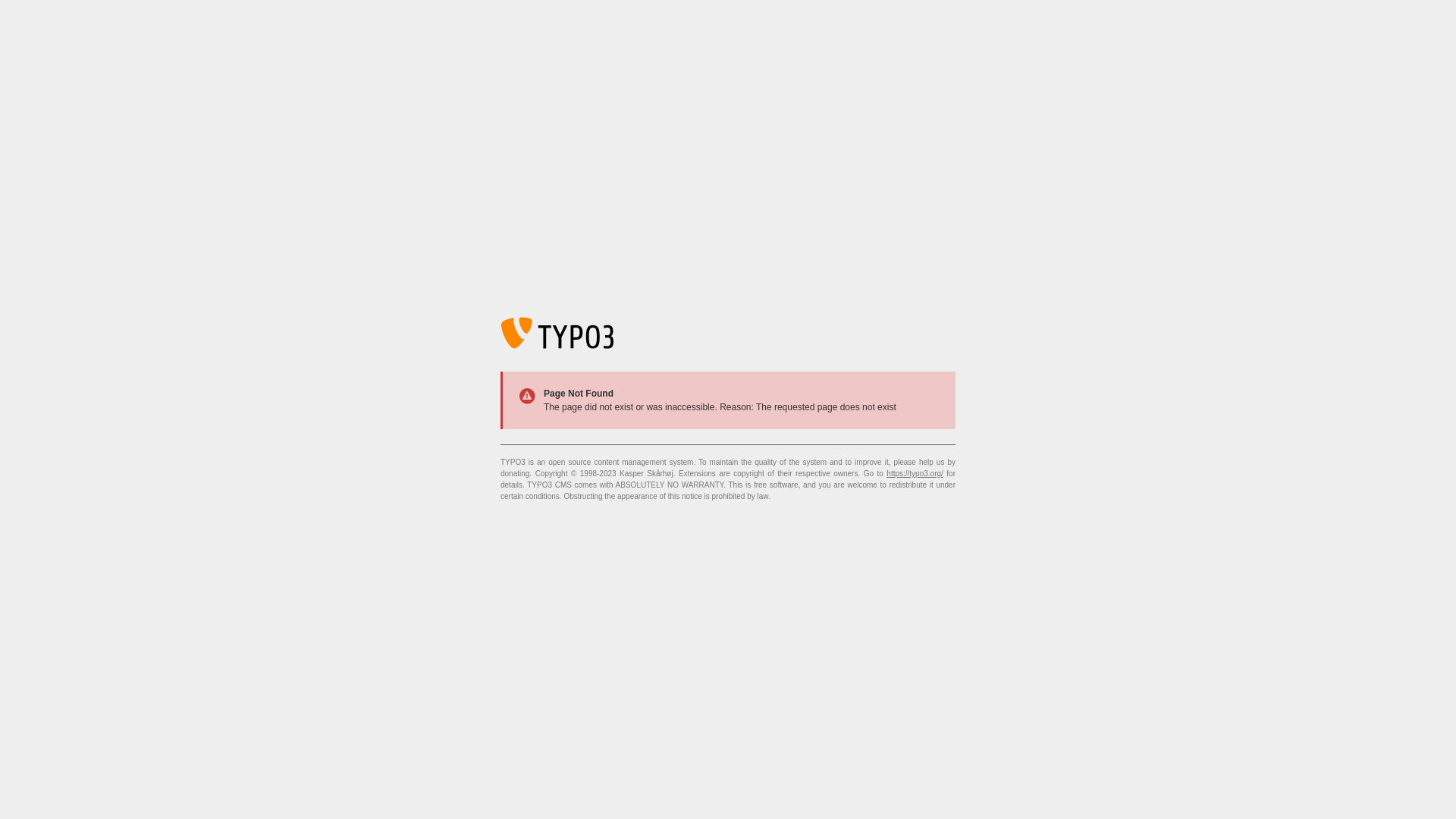 This screenshot has height=819, width=1456. What do you see at coordinates (914, 472) in the screenshot?
I see `'https://typo3.org/'` at bounding box center [914, 472].